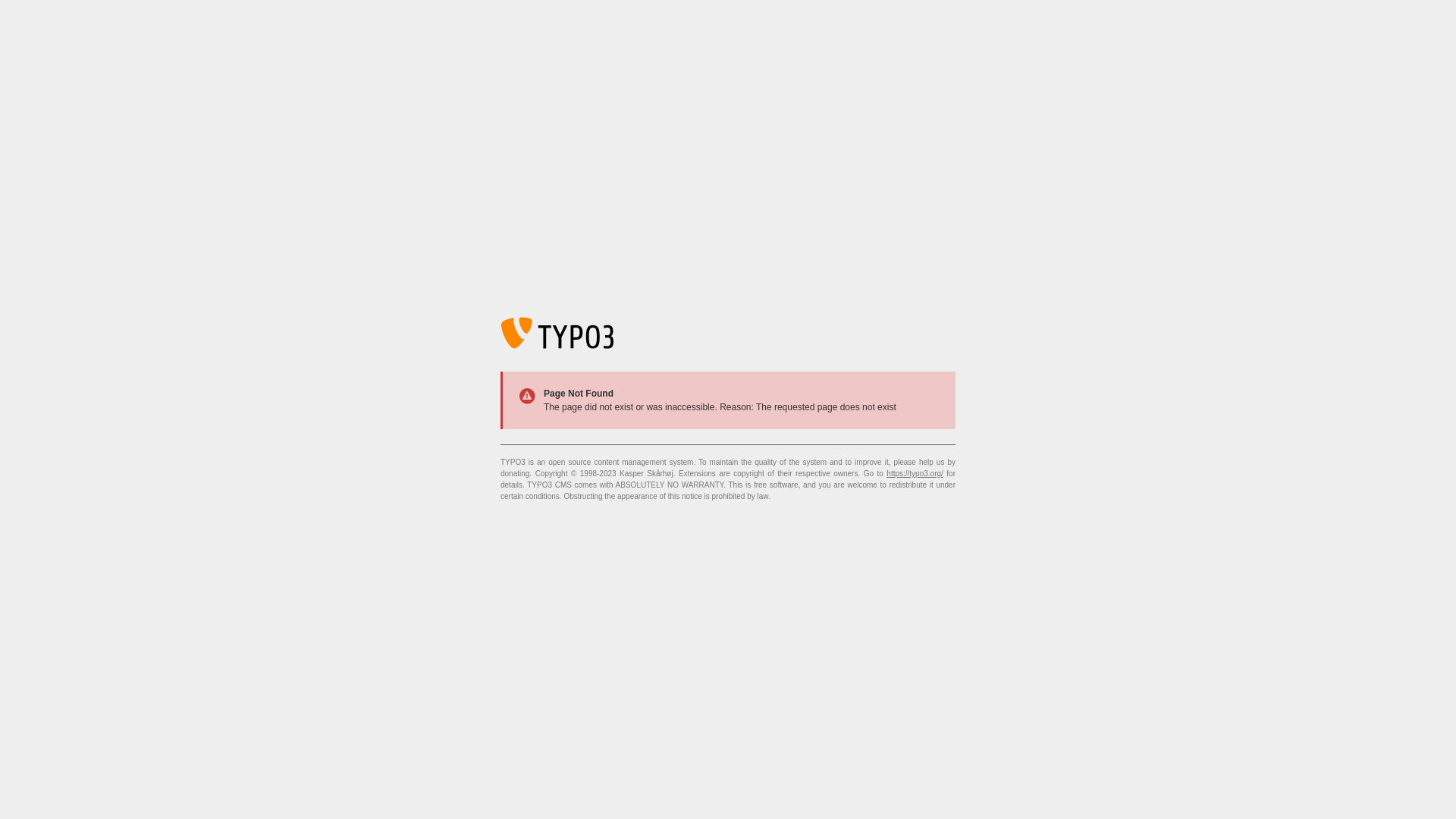 This screenshot has height=819, width=1456. What do you see at coordinates (914, 472) in the screenshot?
I see `'https://typo3.org/'` at bounding box center [914, 472].